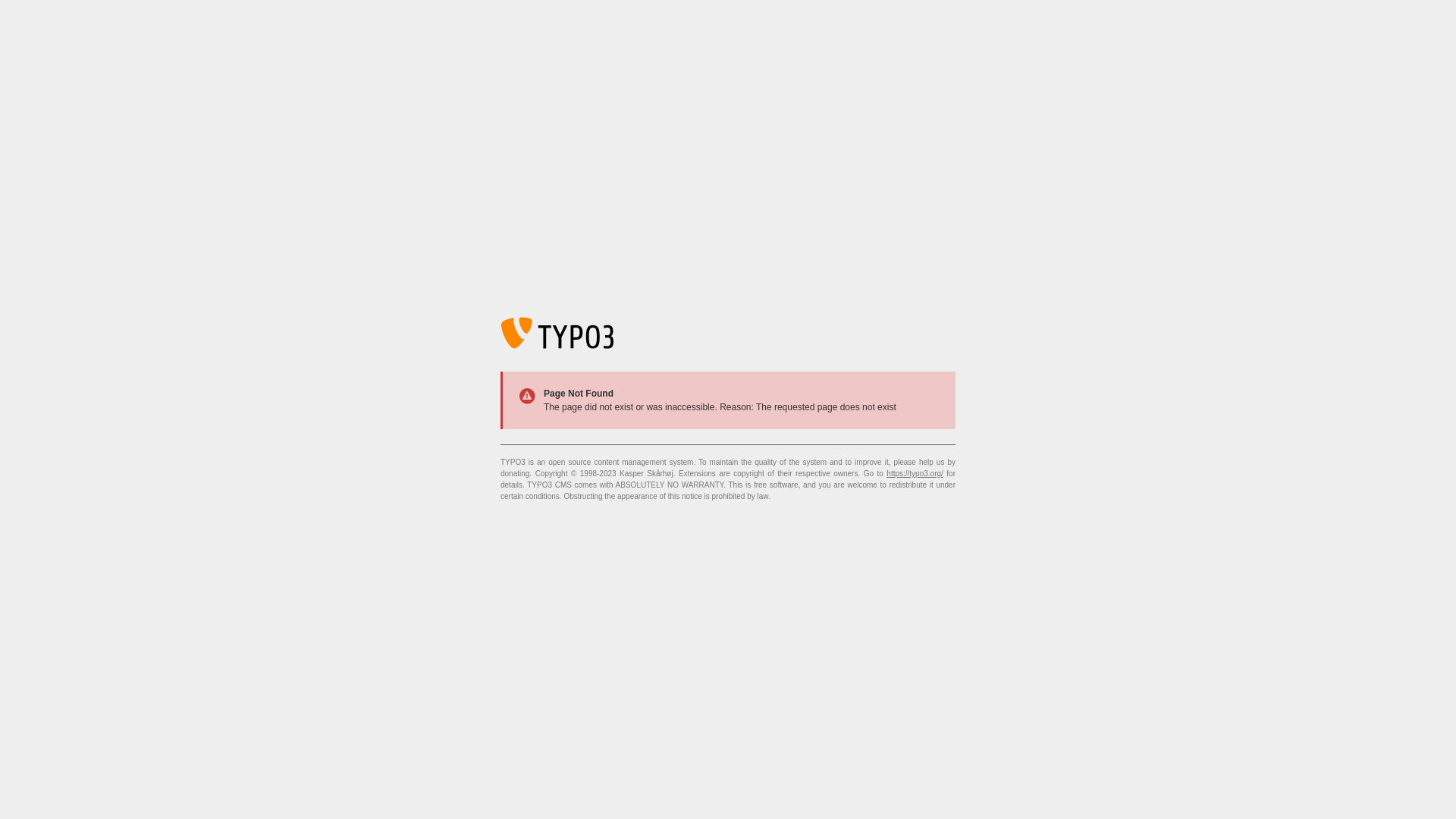 This screenshot has height=819, width=1456. What do you see at coordinates (914, 472) in the screenshot?
I see `'https://typo3.org/'` at bounding box center [914, 472].